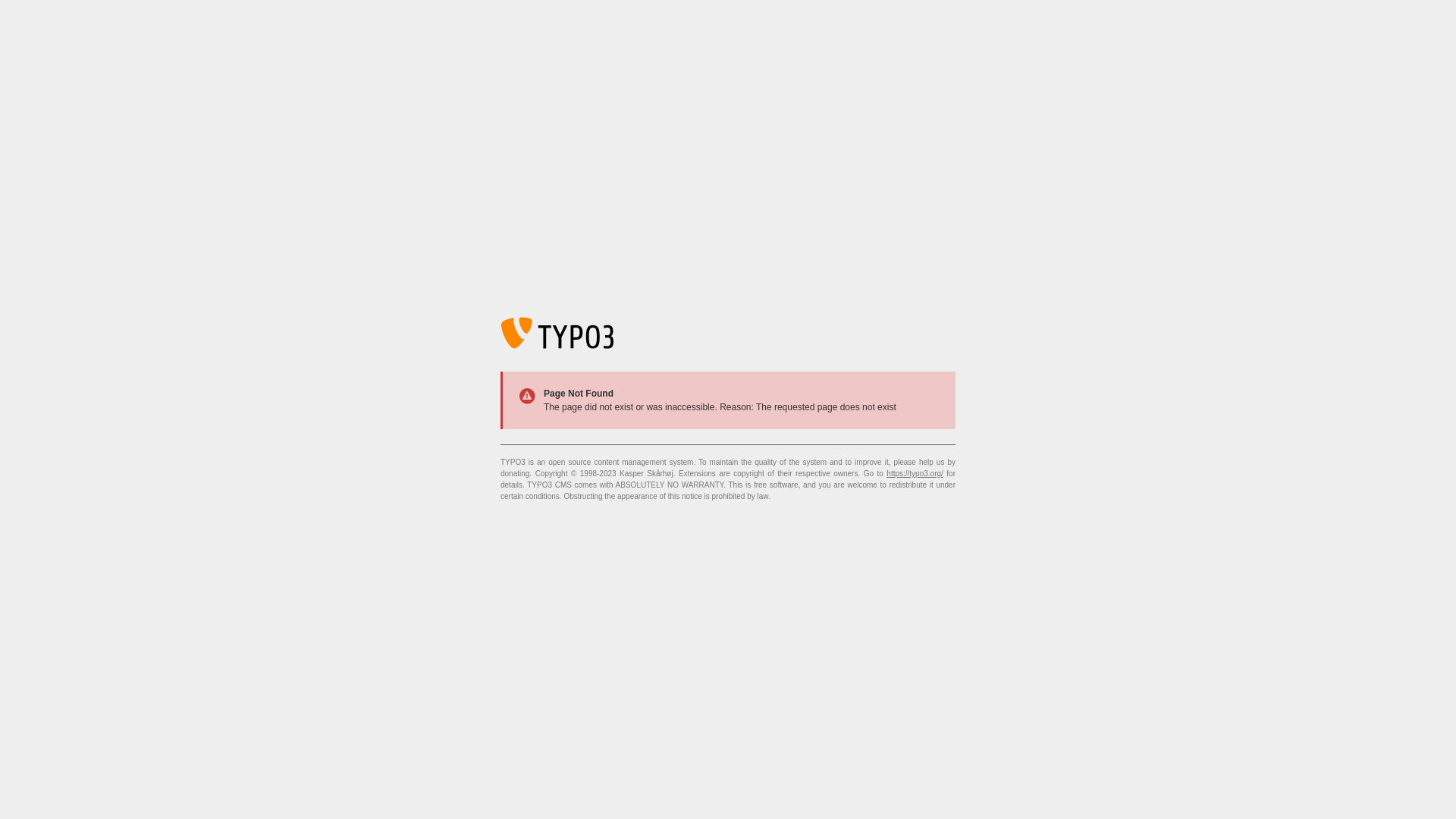 This screenshot has height=819, width=1456. What do you see at coordinates (914, 472) in the screenshot?
I see `'https://typo3.org/'` at bounding box center [914, 472].